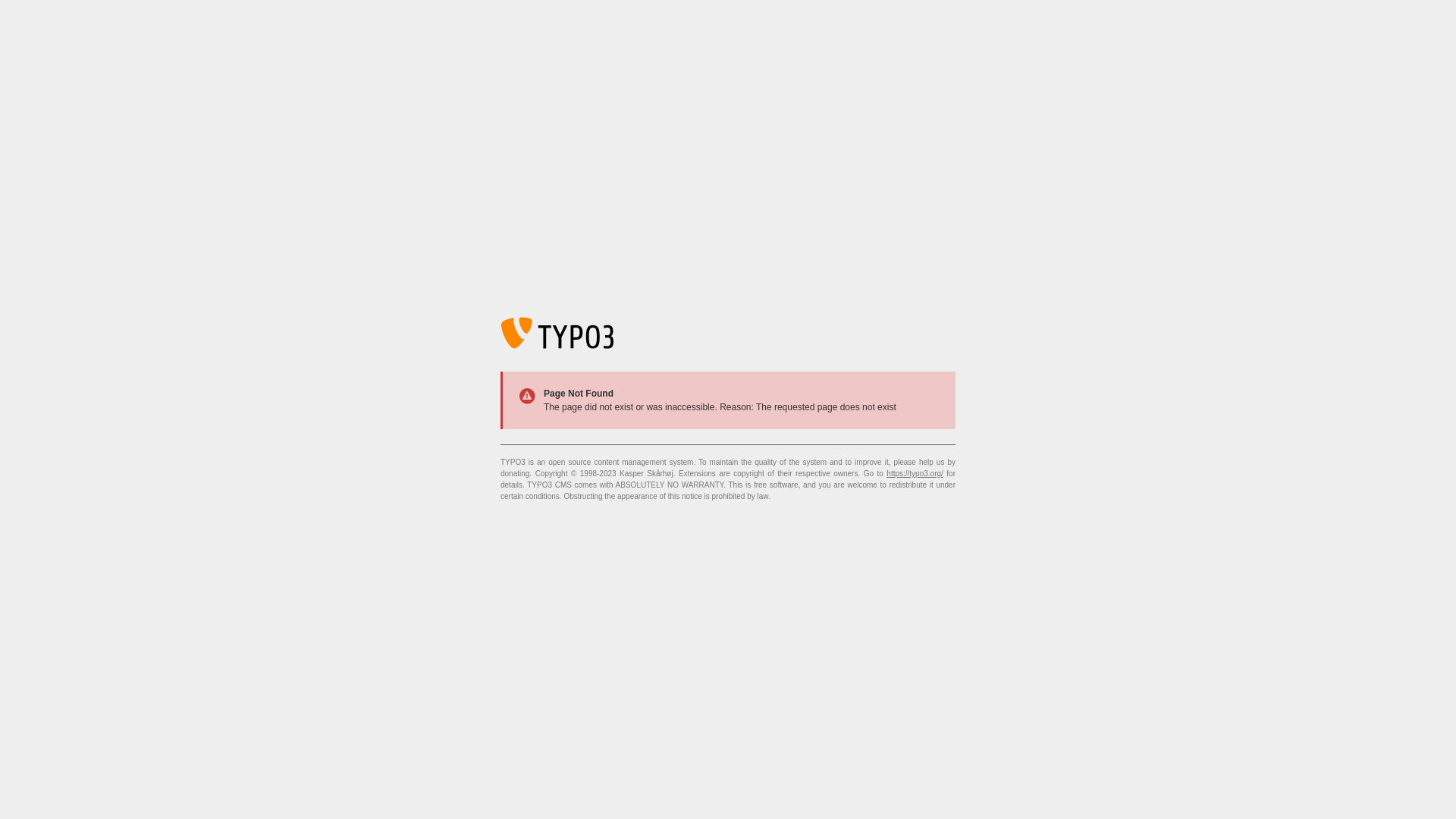 This screenshot has height=819, width=1456. What do you see at coordinates (914, 472) in the screenshot?
I see `'https://typo3.org/'` at bounding box center [914, 472].